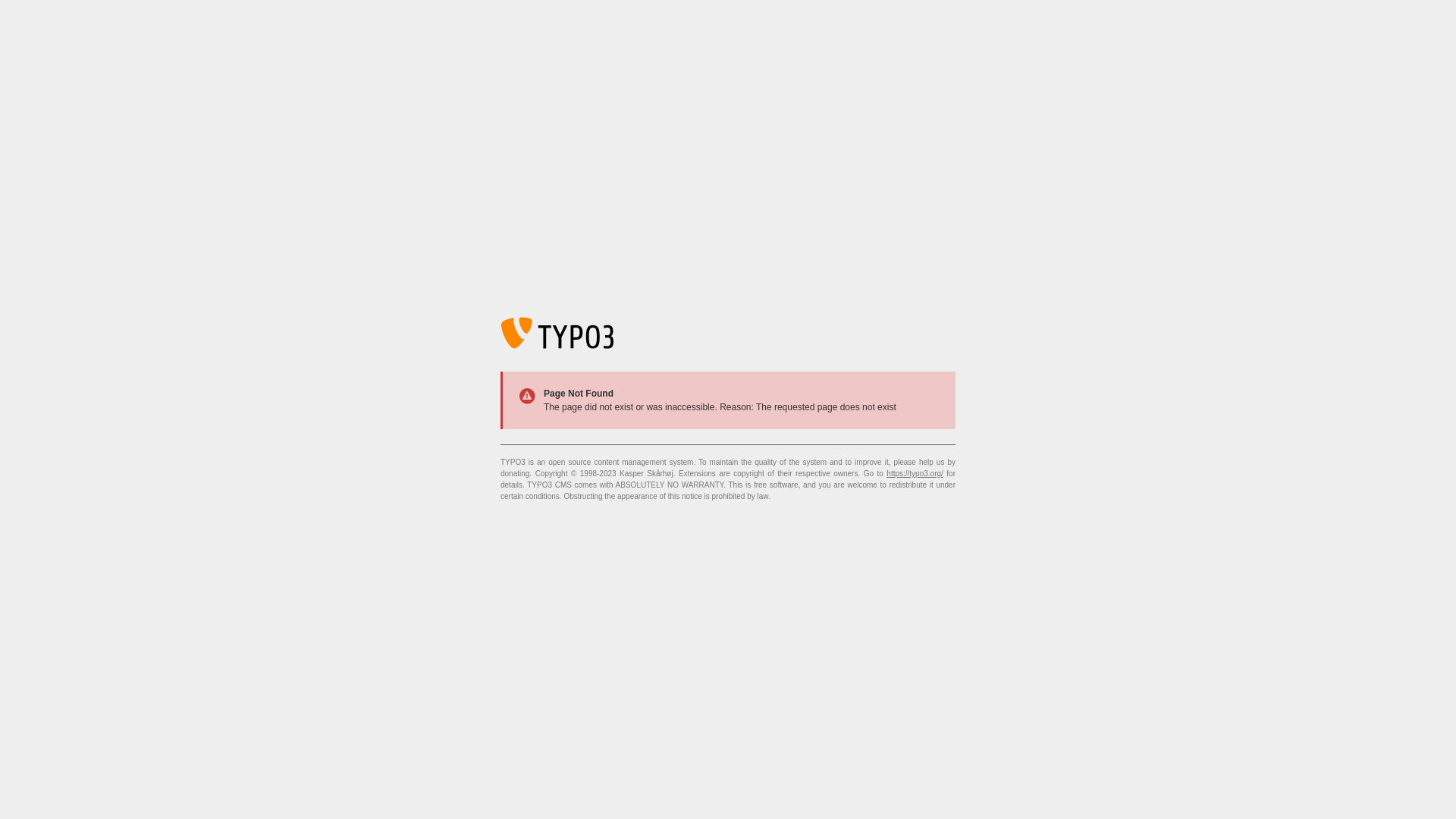 This screenshot has height=819, width=1456. What do you see at coordinates (914, 472) in the screenshot?
I see `'https://typo3.org/'` at bounding box center [914, 472].